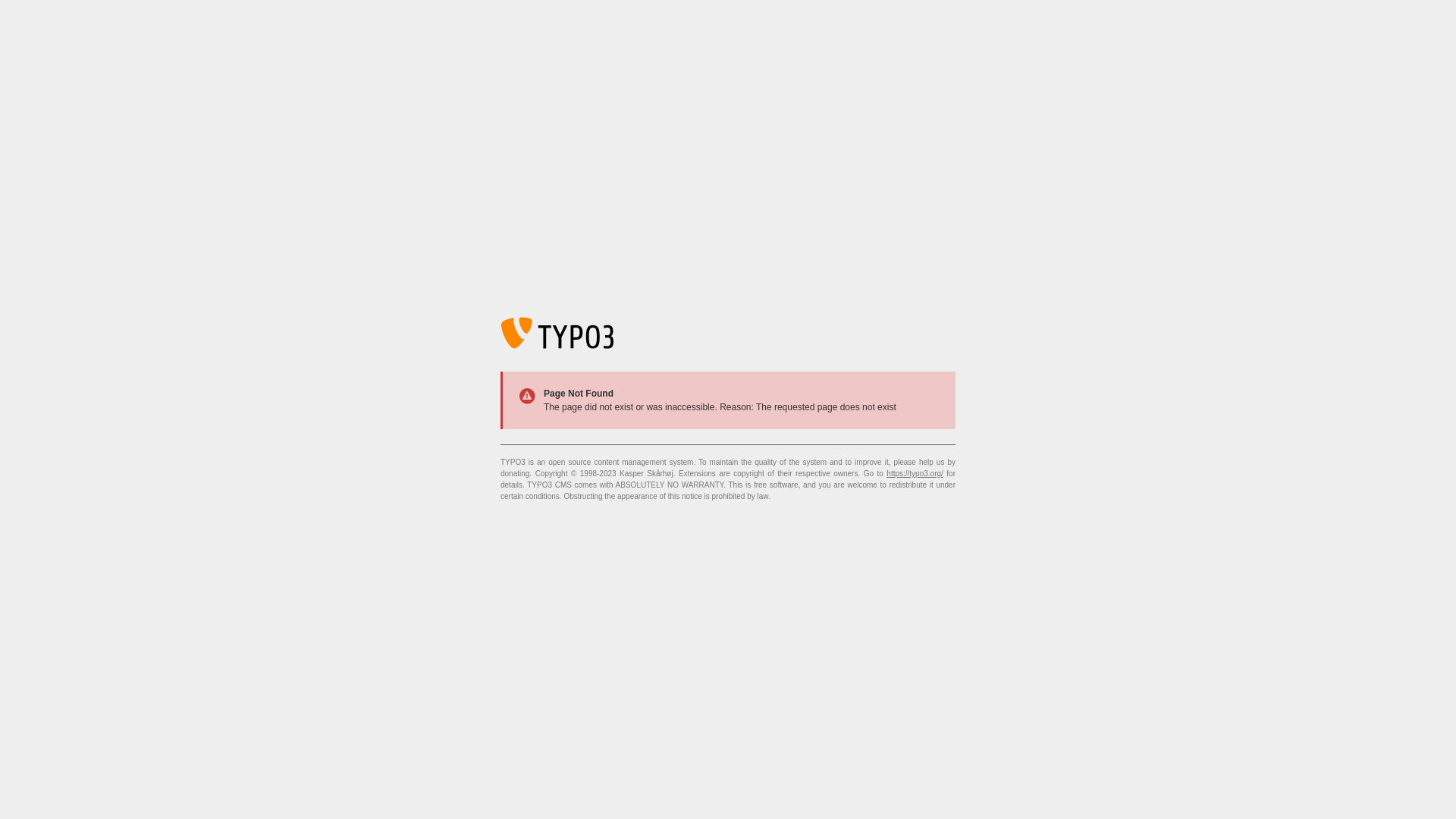 This screenshot has height=819, width=1456. What do you see at coordinates (914, 472) in the screenshot?
I see `'https://typo3.org/'` at bounding box center [914, 472].